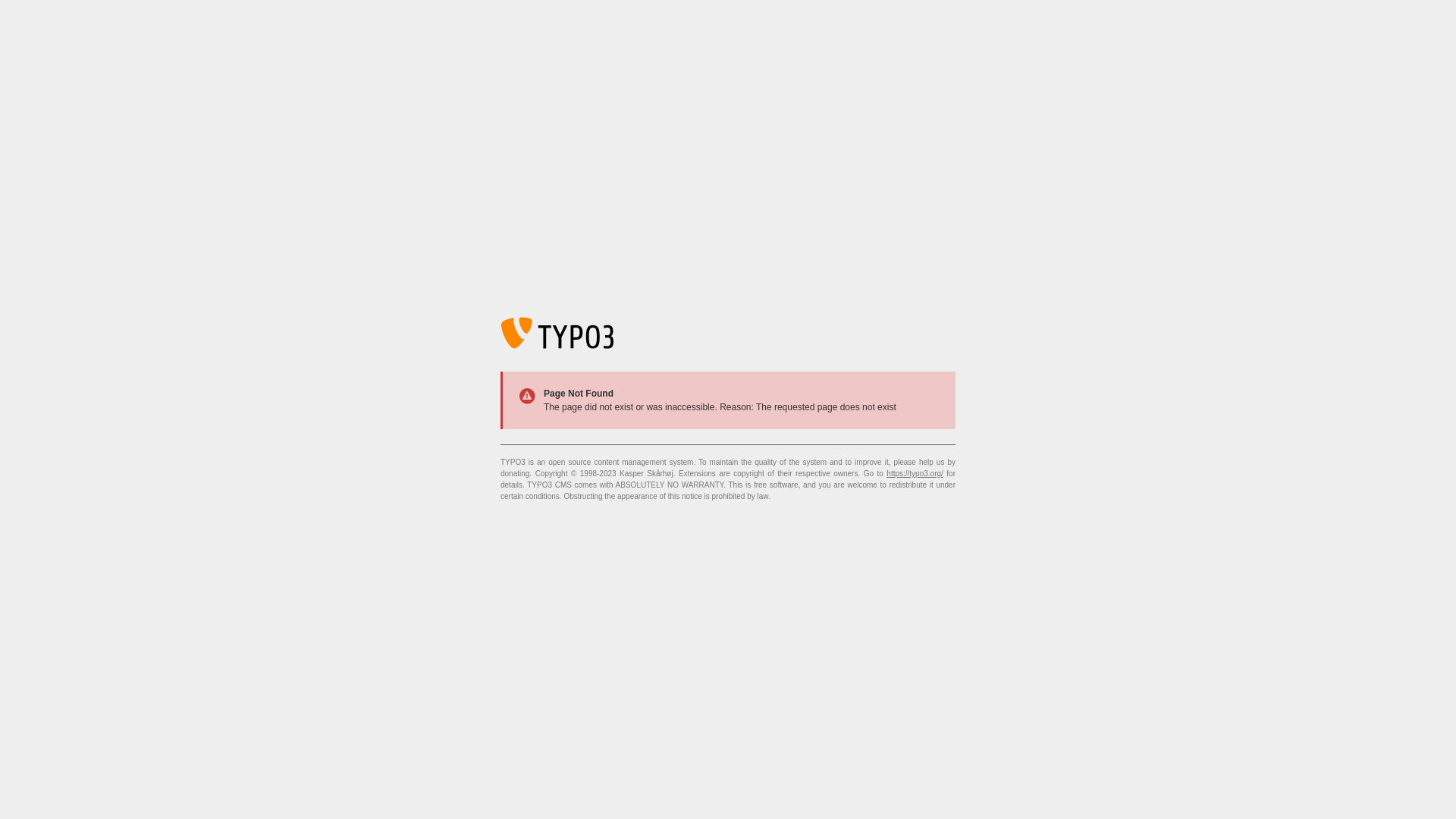 This screenshot has height=819, width=1456. What do you see at coordinates (914, 472) in the screenshot?
I see `'https://typo3.org/'` at bounding box center [914, 472].